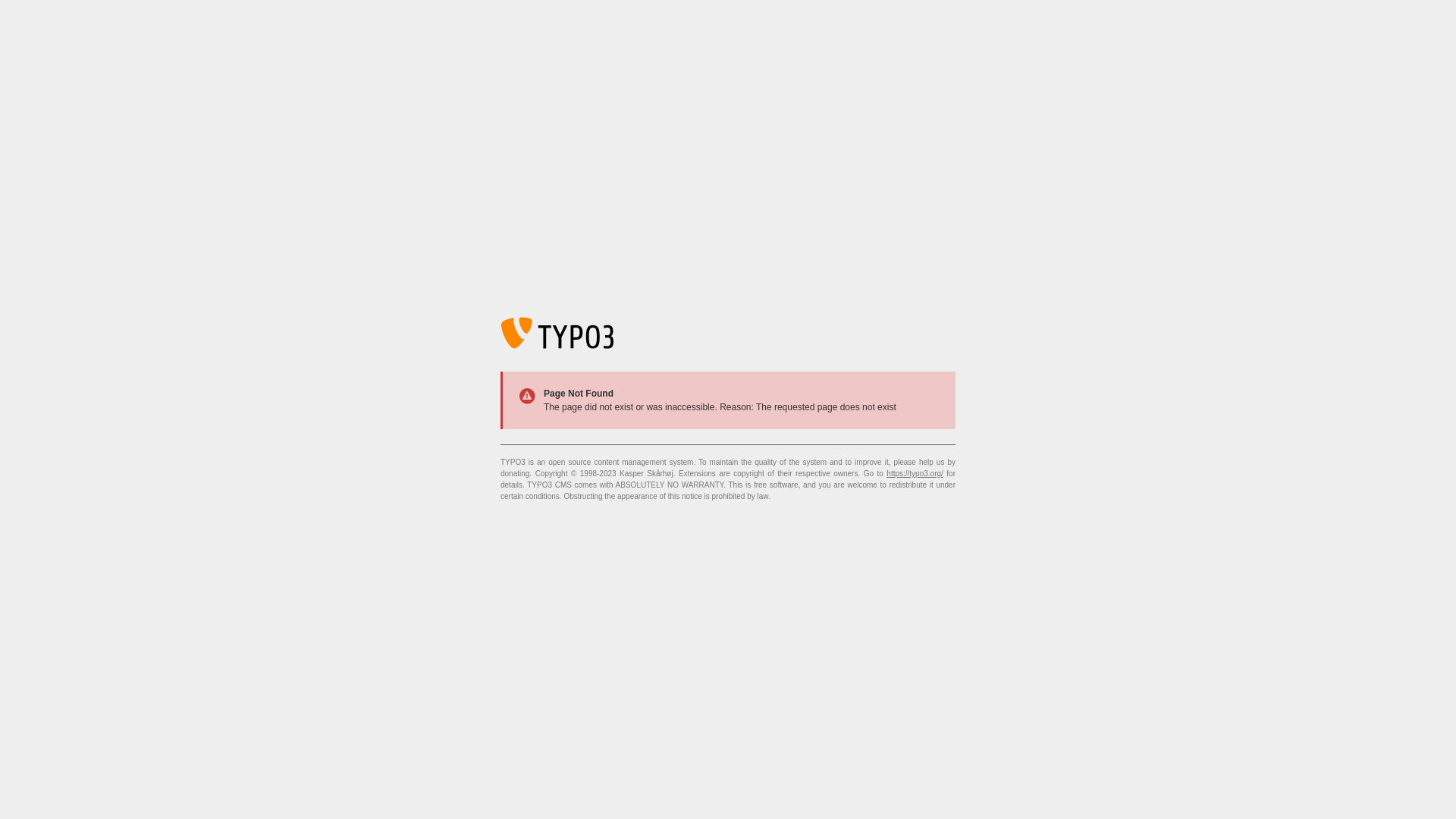 This screenshot has height=819, width=1456. What do you see at coordinates (914, 472) in the screenshot?
I see `'https://typo3.org/'` at bounding box center [914, 472].